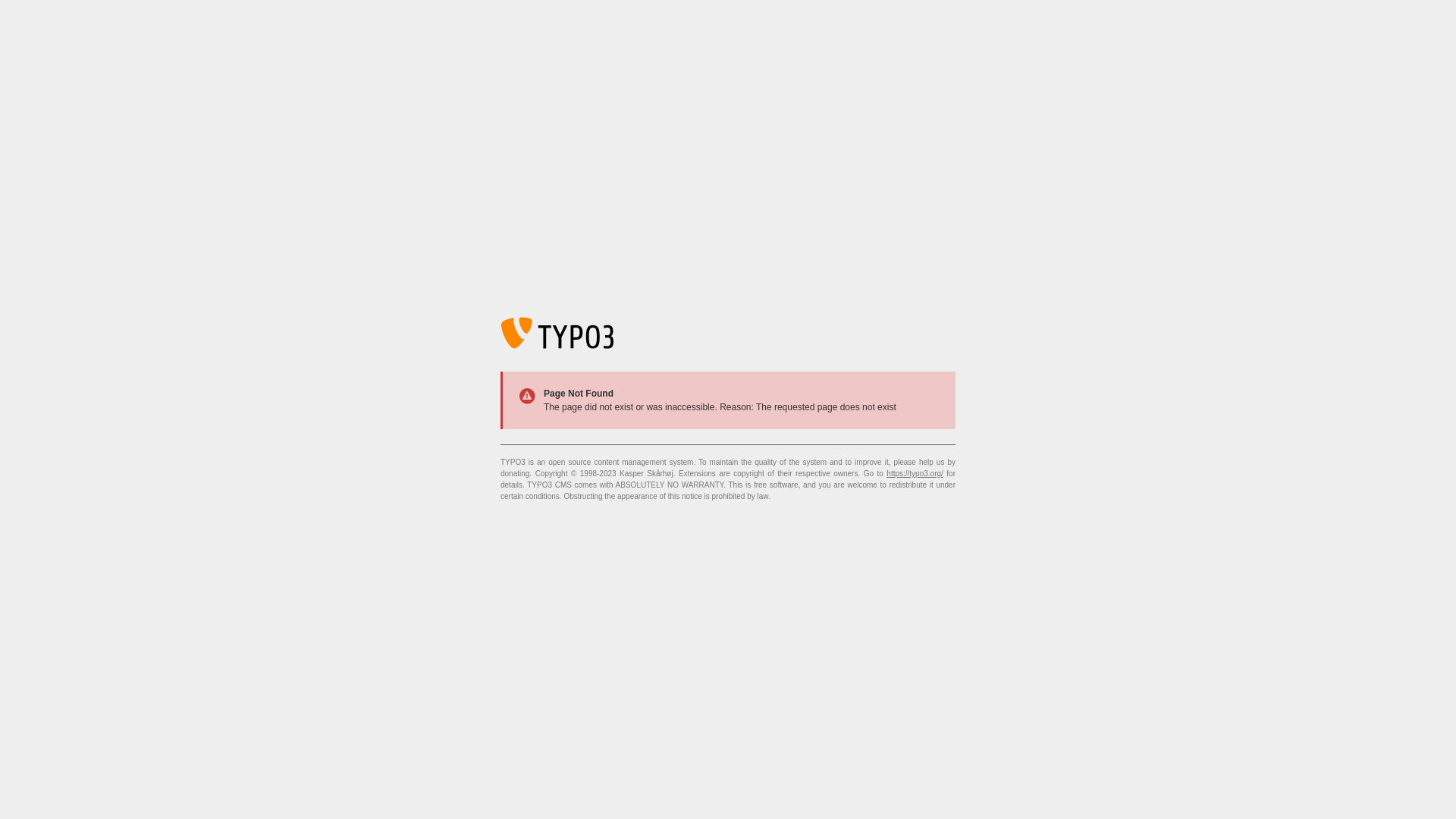 This screenshot has height=819, width=1456. What do you see at coordinates (914, 472) in the screenshot?
I see `'https://typo3.org/'` at bounding box center [914, 472].